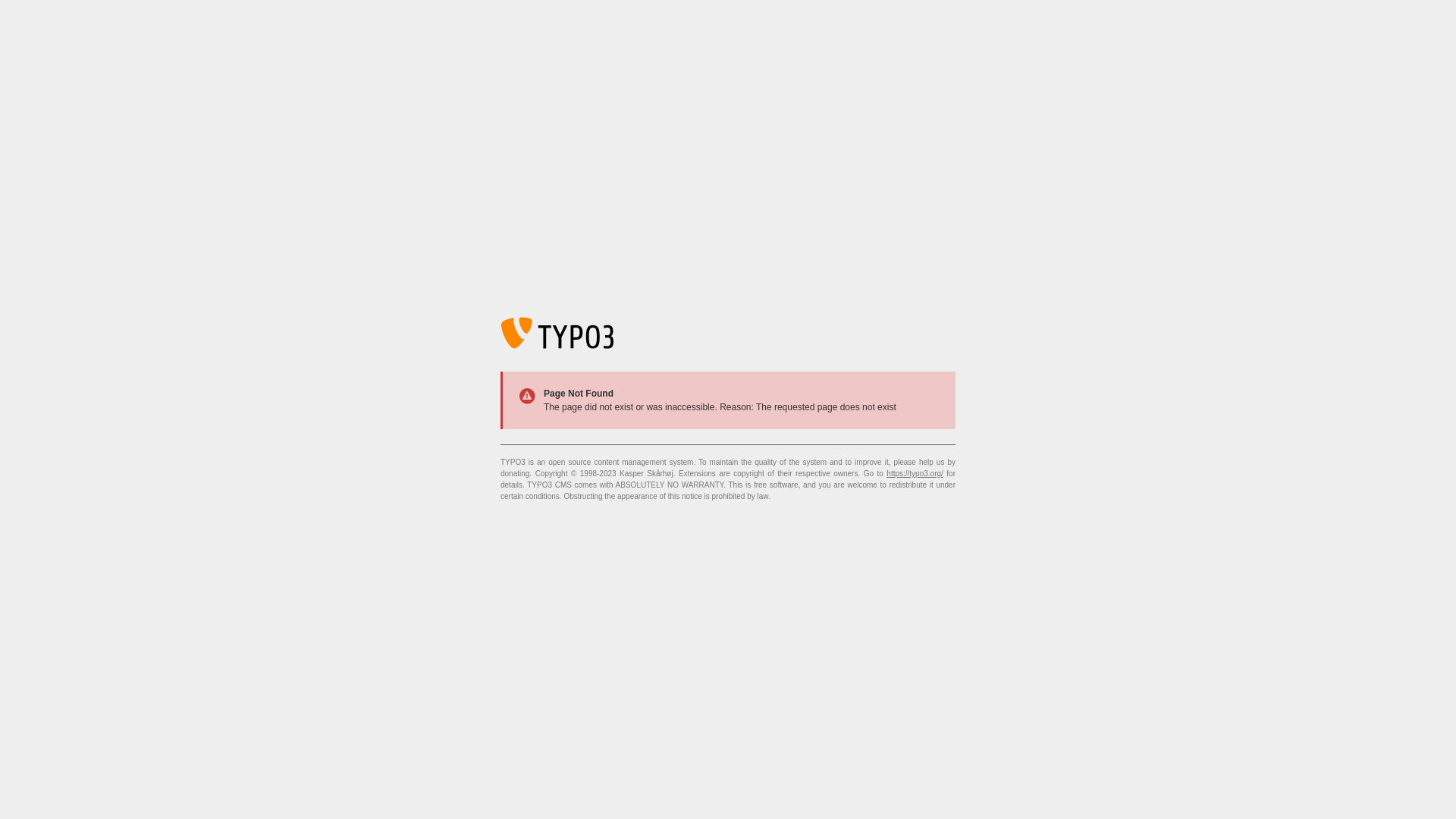 This screenshot has height=819, width=1456. What do you see at coordinates (914, 472) in the screenshot?
I see `'https://typo3.org/'` at bounding box center [914, 472].